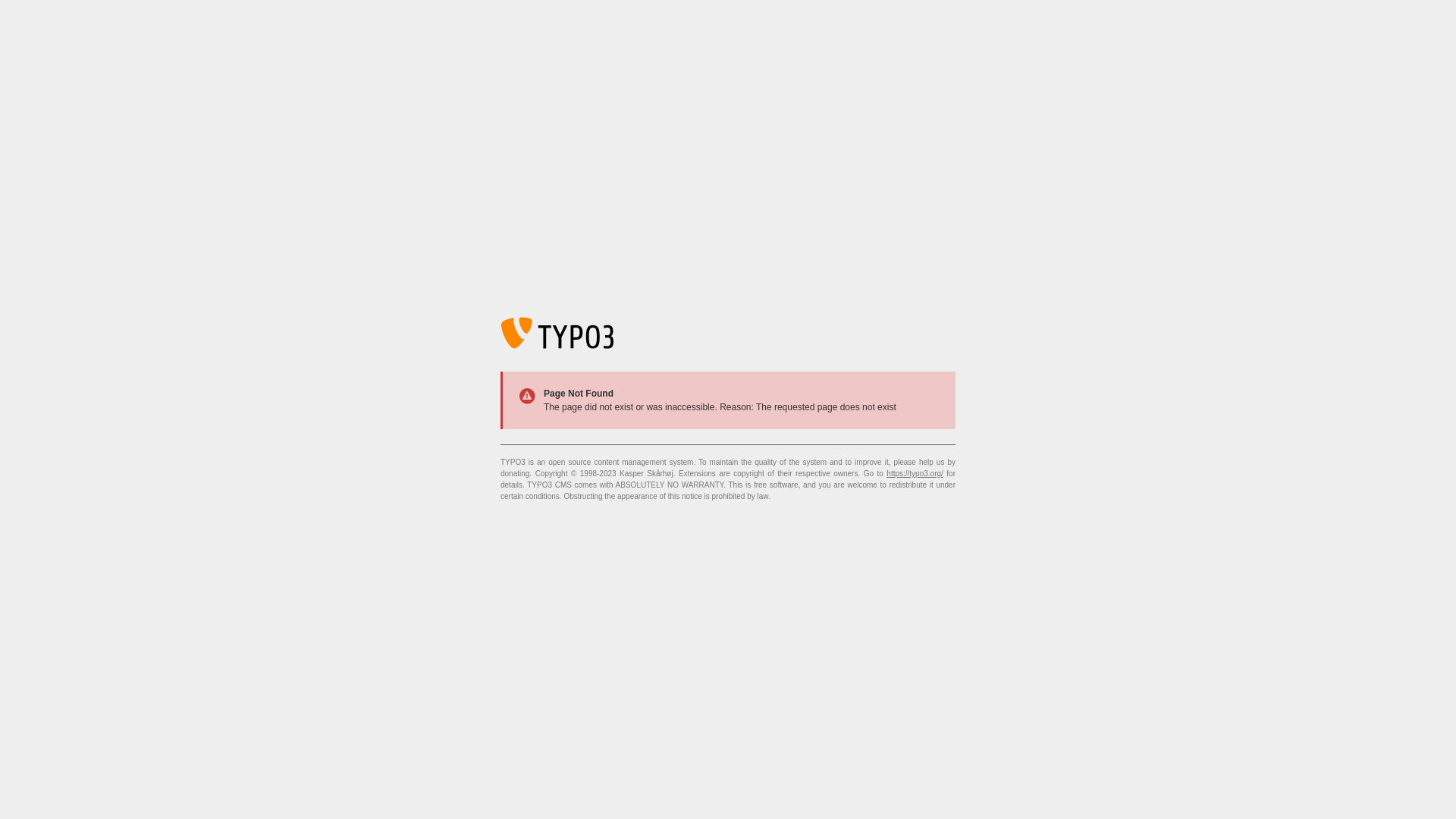 This screenshot has height=819, width=1456. What do you see at coordinates (914, 472) in the screenshot?
I see `'https://typo3.org/'` at bounding box center [914, 472].